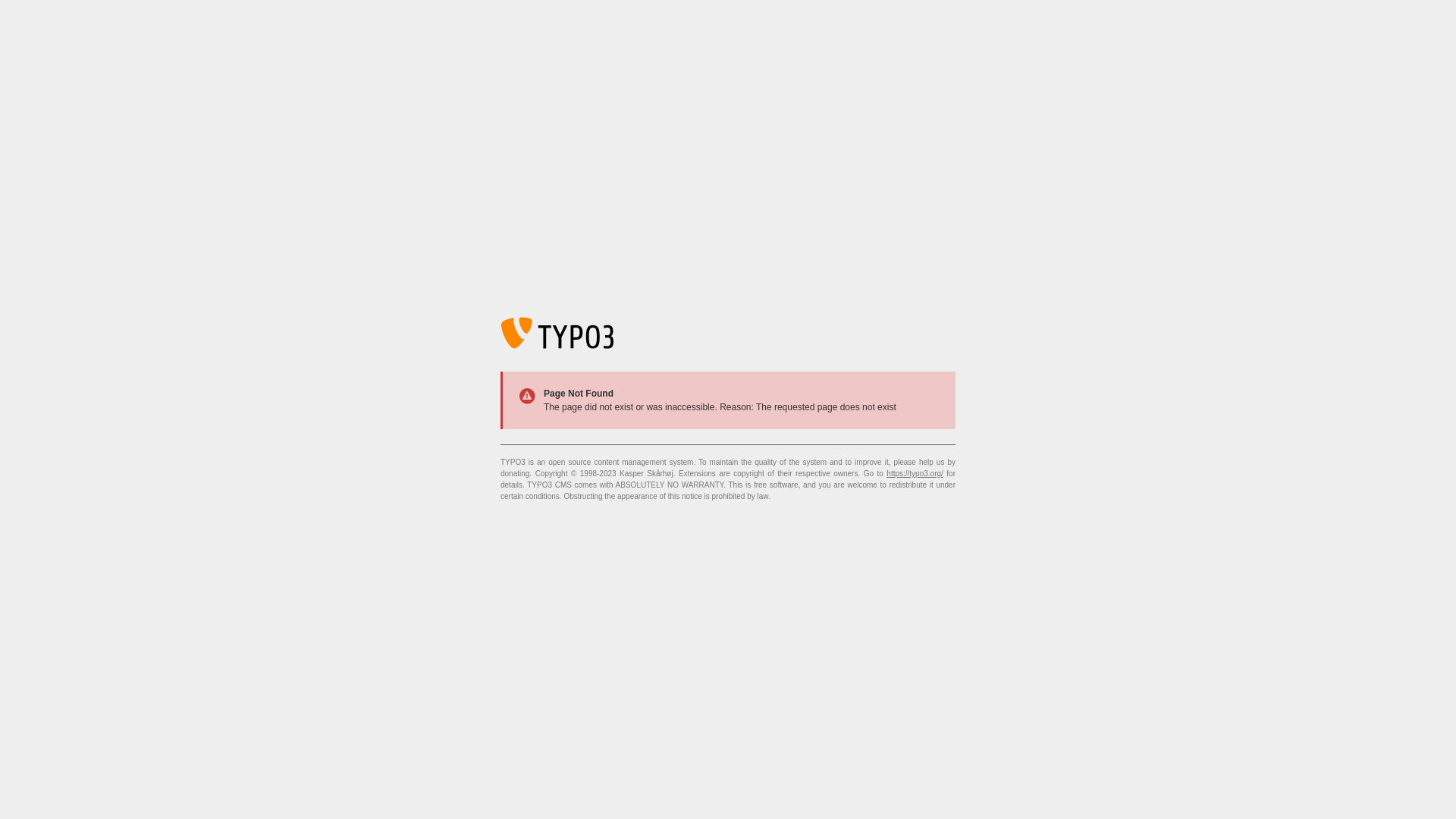 This screenshot has height=819, width=1456. What do you see at coordinates (914, 472) in the screenshot?
I see `'https://typo3.org/'` at bounding box center [914, 472].